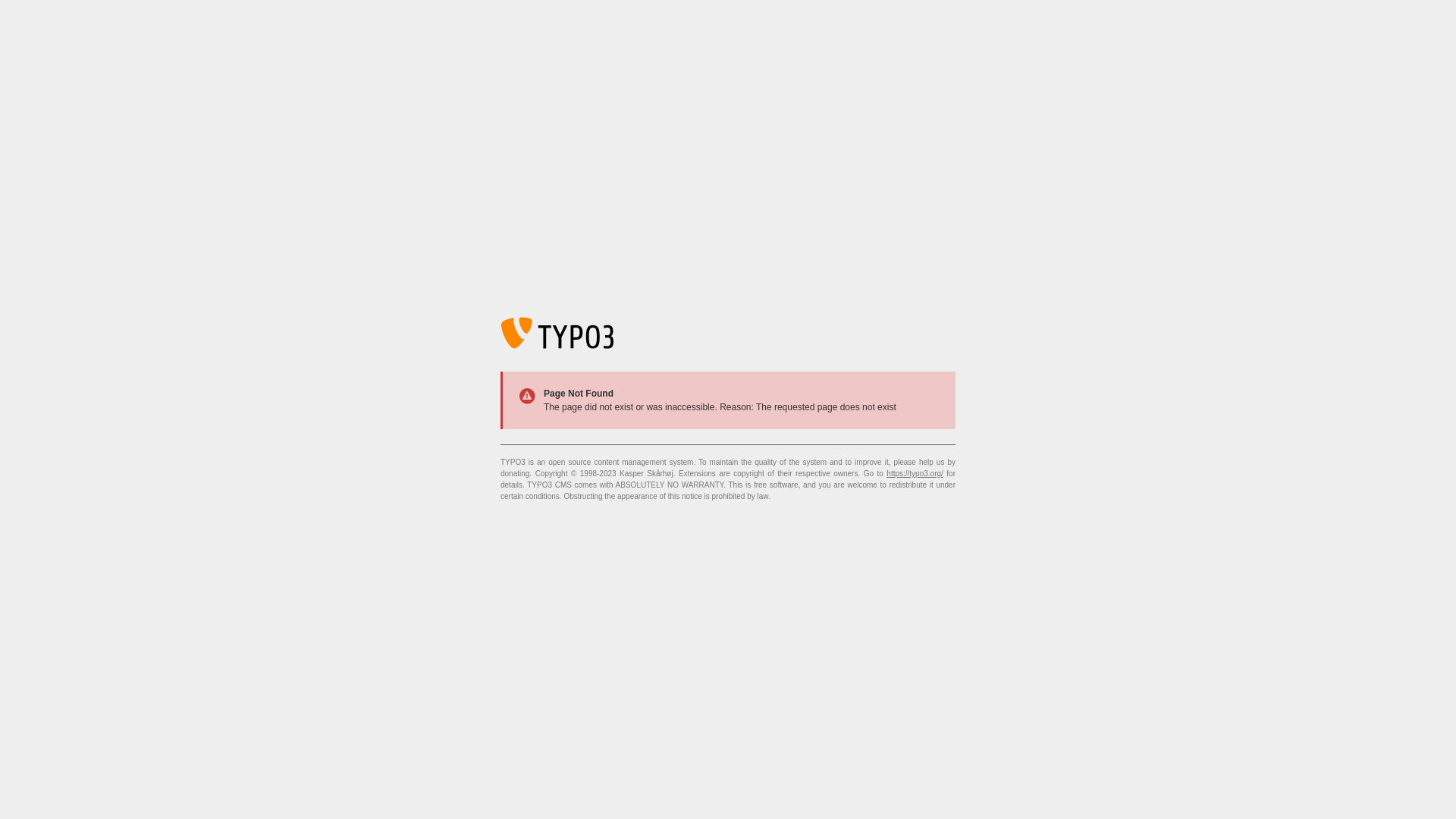 This screenshot has height=819, width=1456. What do you see at coordinates (914, 472) in the screenshot?
I see `'https://typo3.org/'` at bounding box center [914, 472].